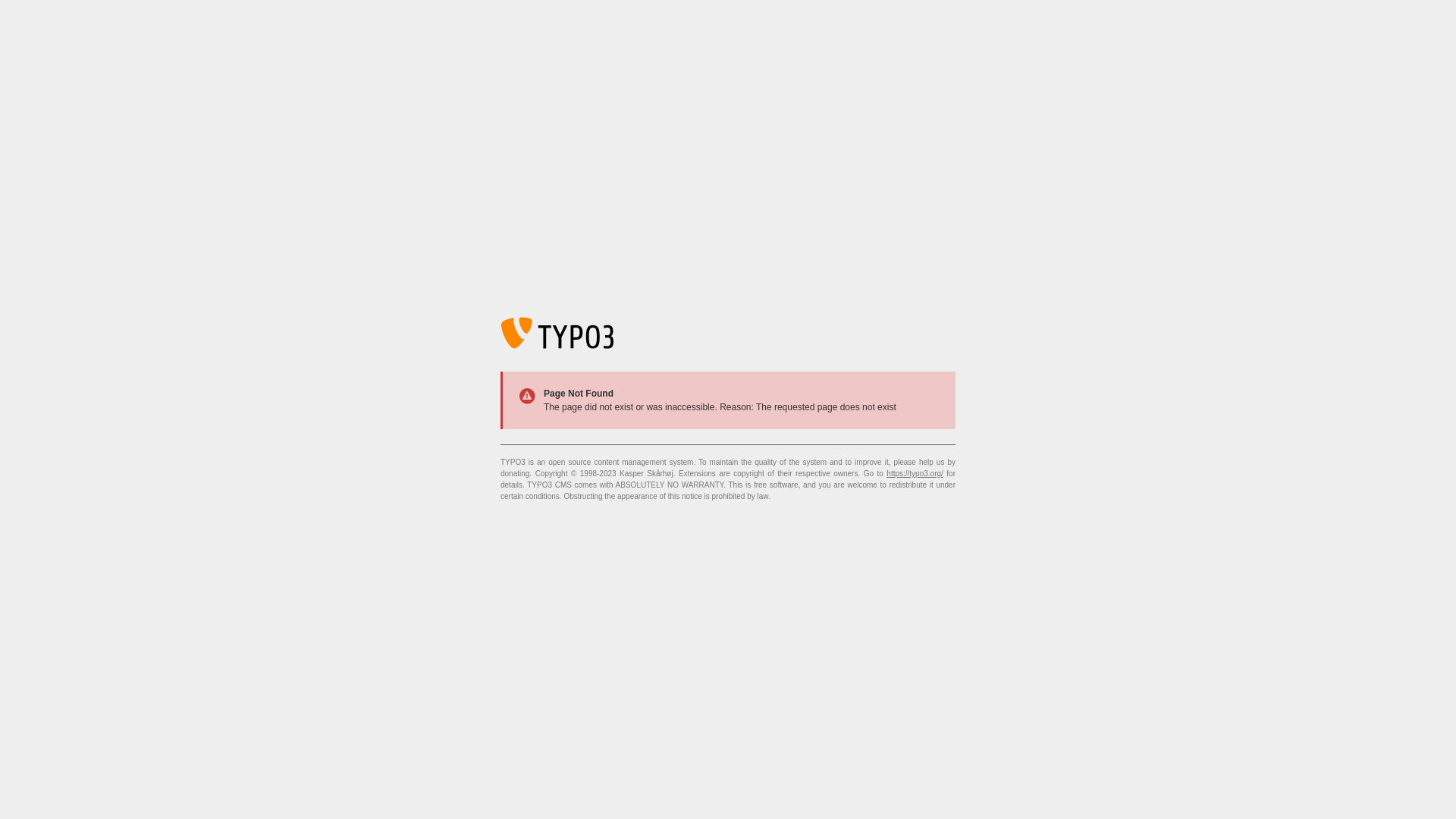 This screenshot has height=819, width=1456. What do you see at coordinates (914, 472) in the screenshot?
I see `'https://typo3.org/'` at bounding box center [914, 472].